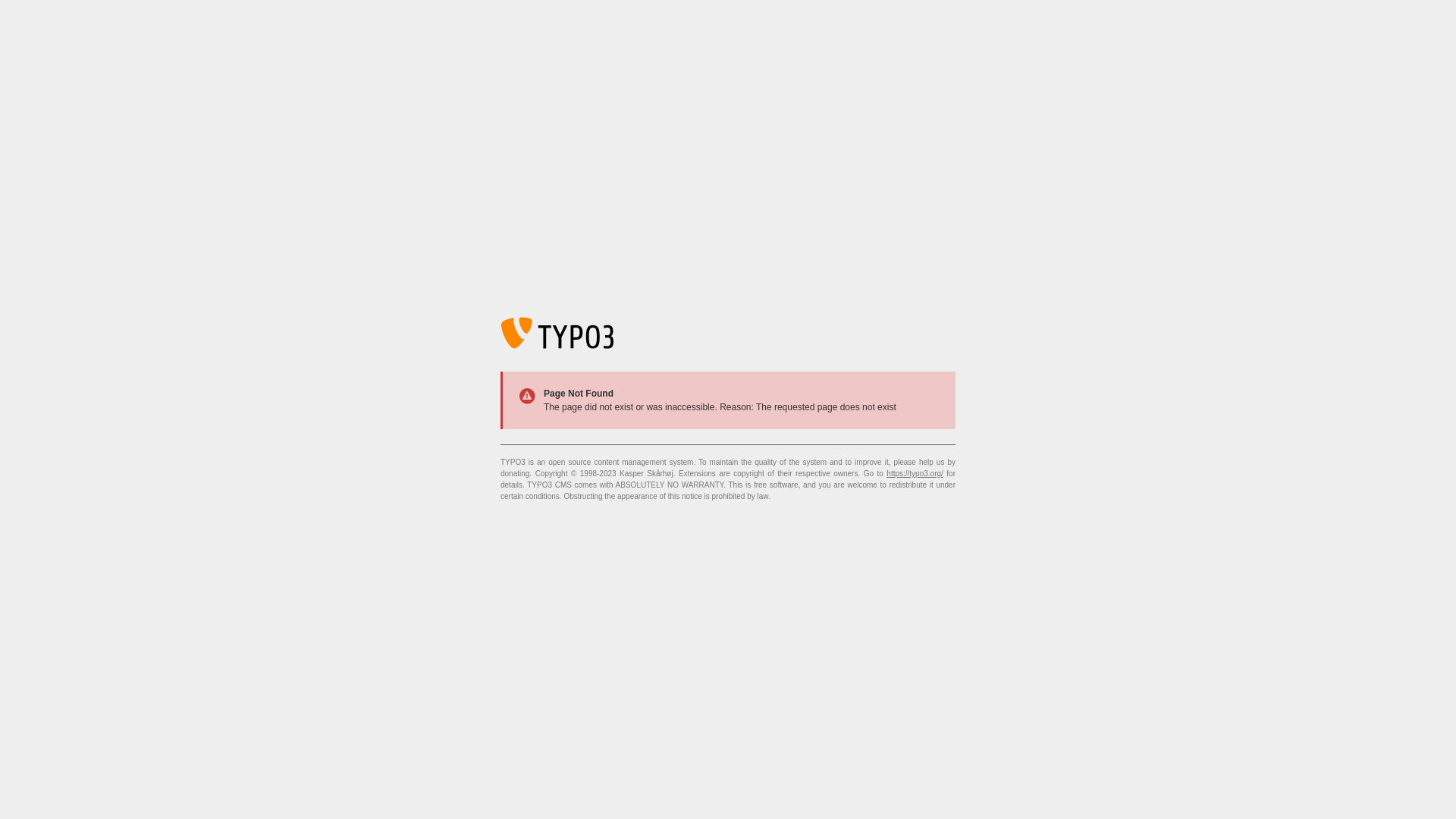 This screenshot has height=819, width=1456. What do you see at coordinates (914, 472) in the screenshot?
I see `'https://typo3.org/'` at bounding box center [914, 472].